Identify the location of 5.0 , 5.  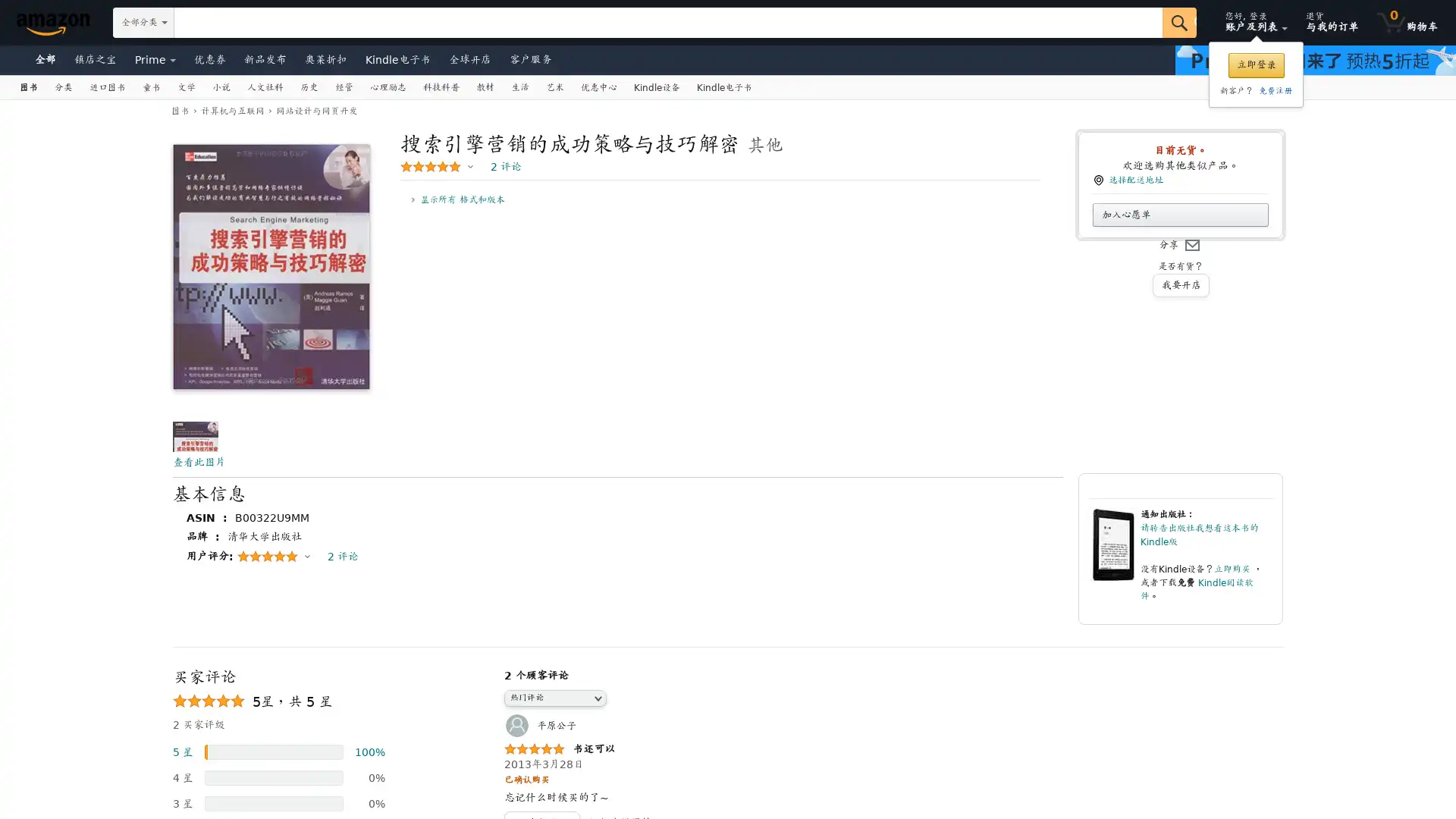
(436, 166).